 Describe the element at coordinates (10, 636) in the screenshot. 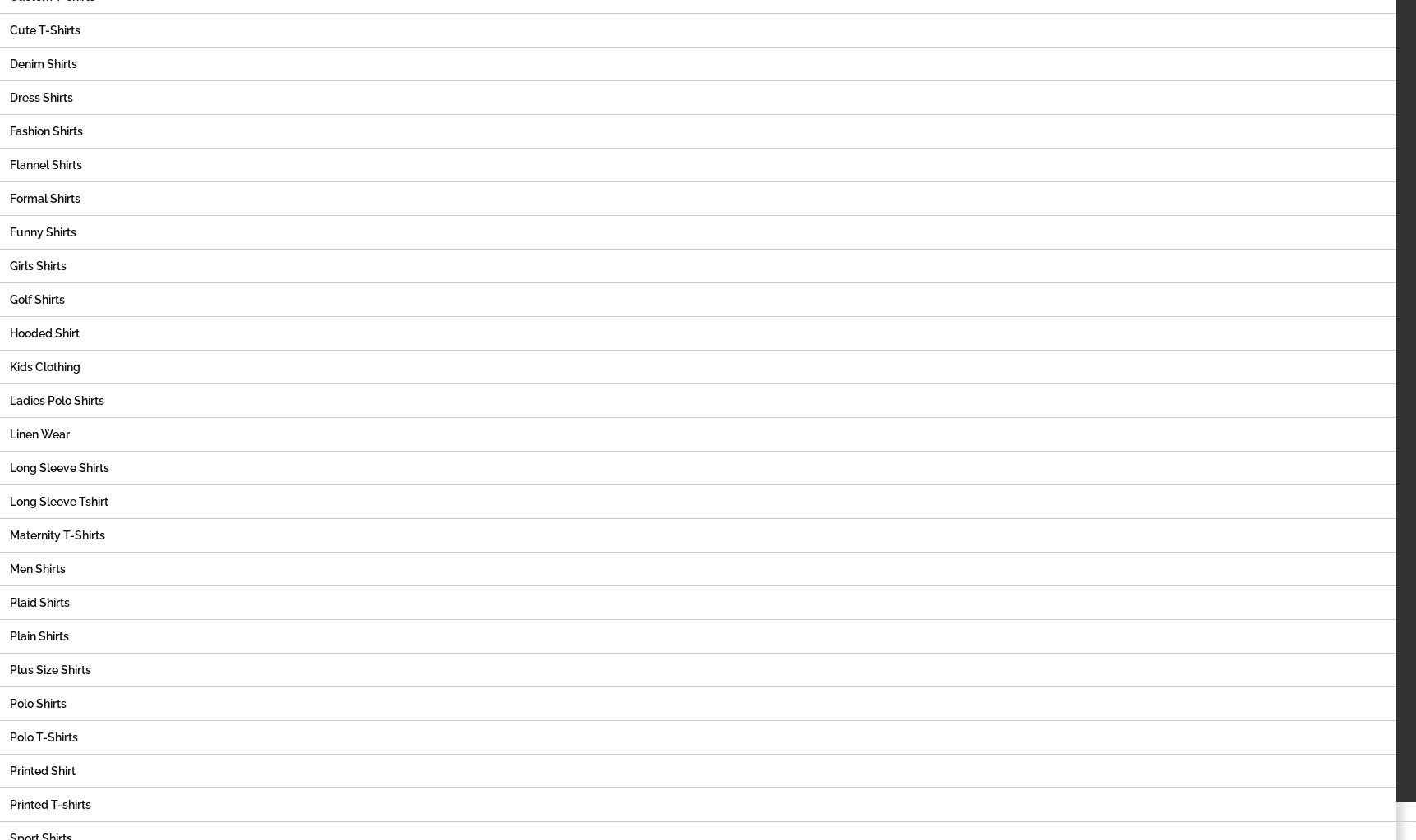

I see `'Plain Shirts'` at that location.